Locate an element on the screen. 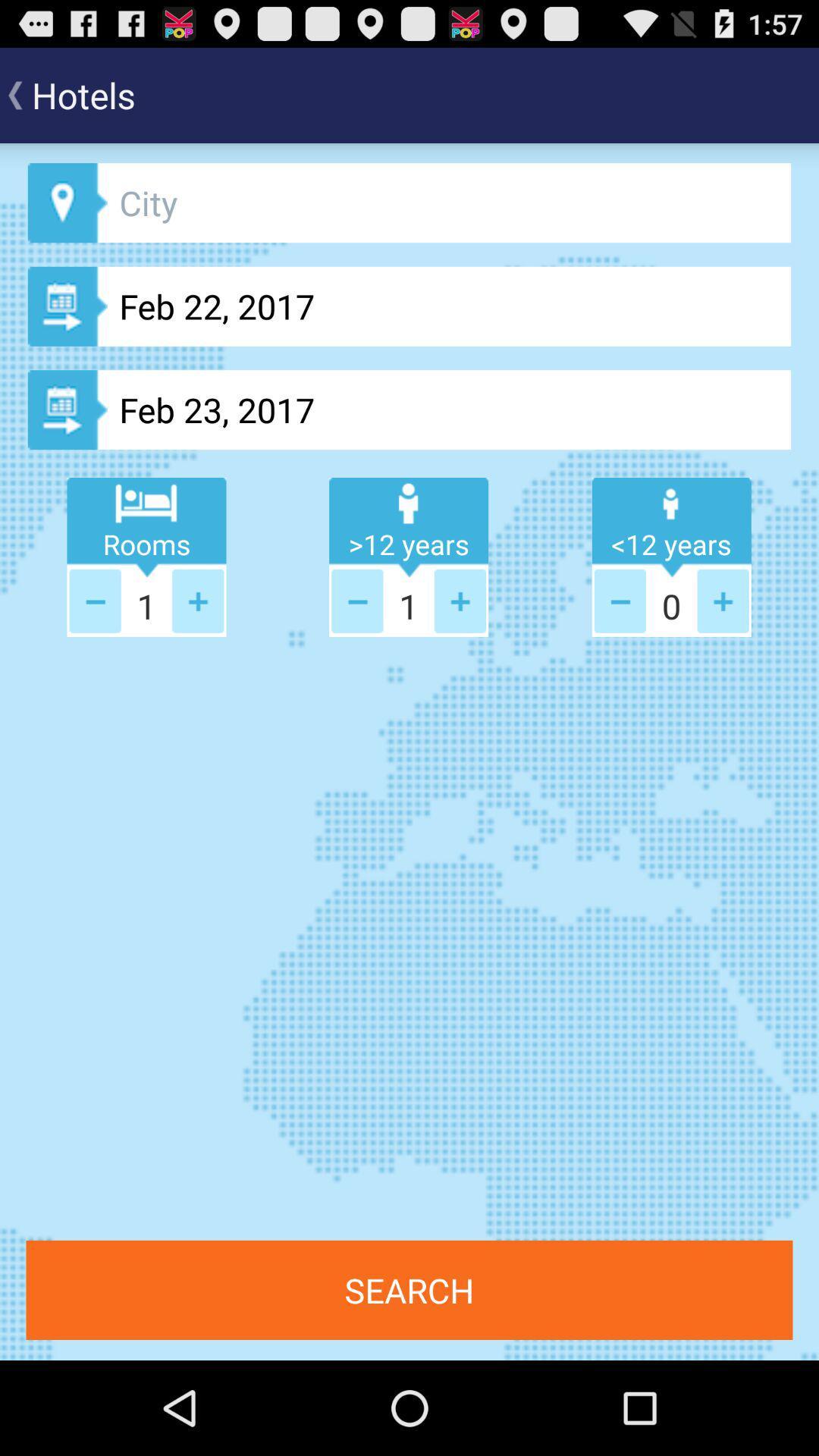 The image size is (819, 1456). page is located at coordinates (95, 600).